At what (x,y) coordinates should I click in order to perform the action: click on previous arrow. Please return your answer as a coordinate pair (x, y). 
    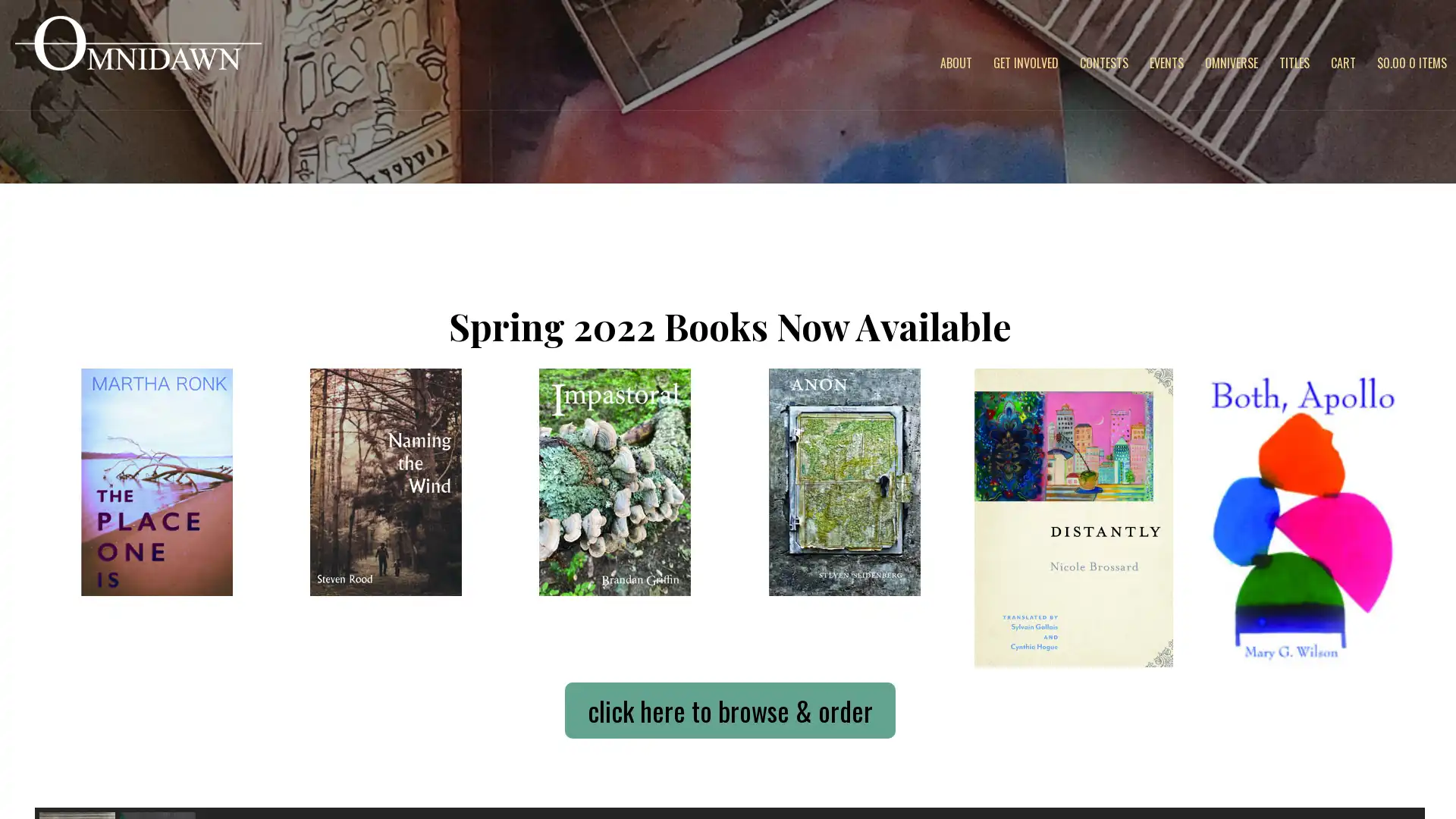
    Looking at the image, I should click on (57, 517).